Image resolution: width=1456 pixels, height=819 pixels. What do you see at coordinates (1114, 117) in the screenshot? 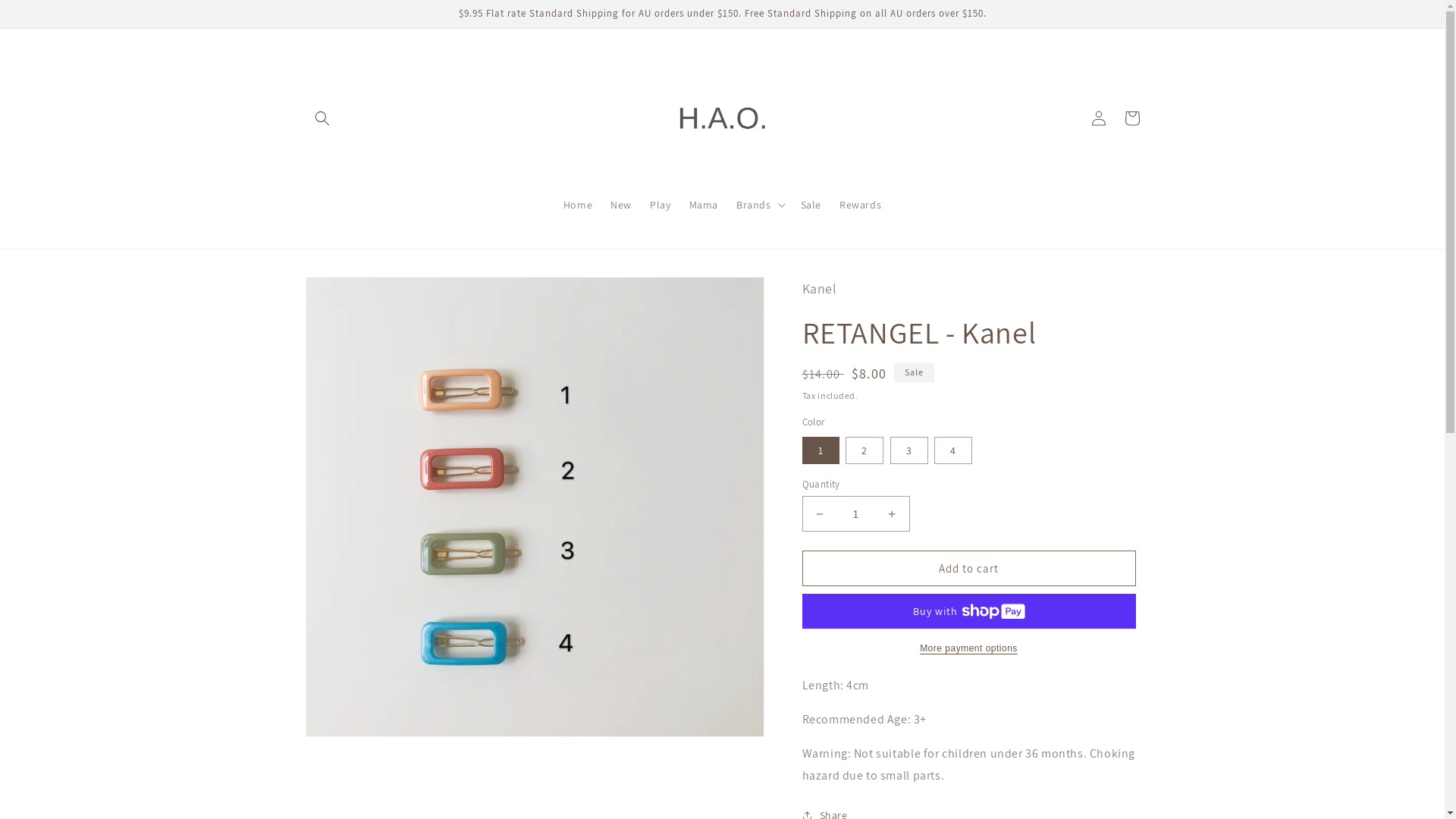
I see `'Cart'` at bounding box center [1114, 117].